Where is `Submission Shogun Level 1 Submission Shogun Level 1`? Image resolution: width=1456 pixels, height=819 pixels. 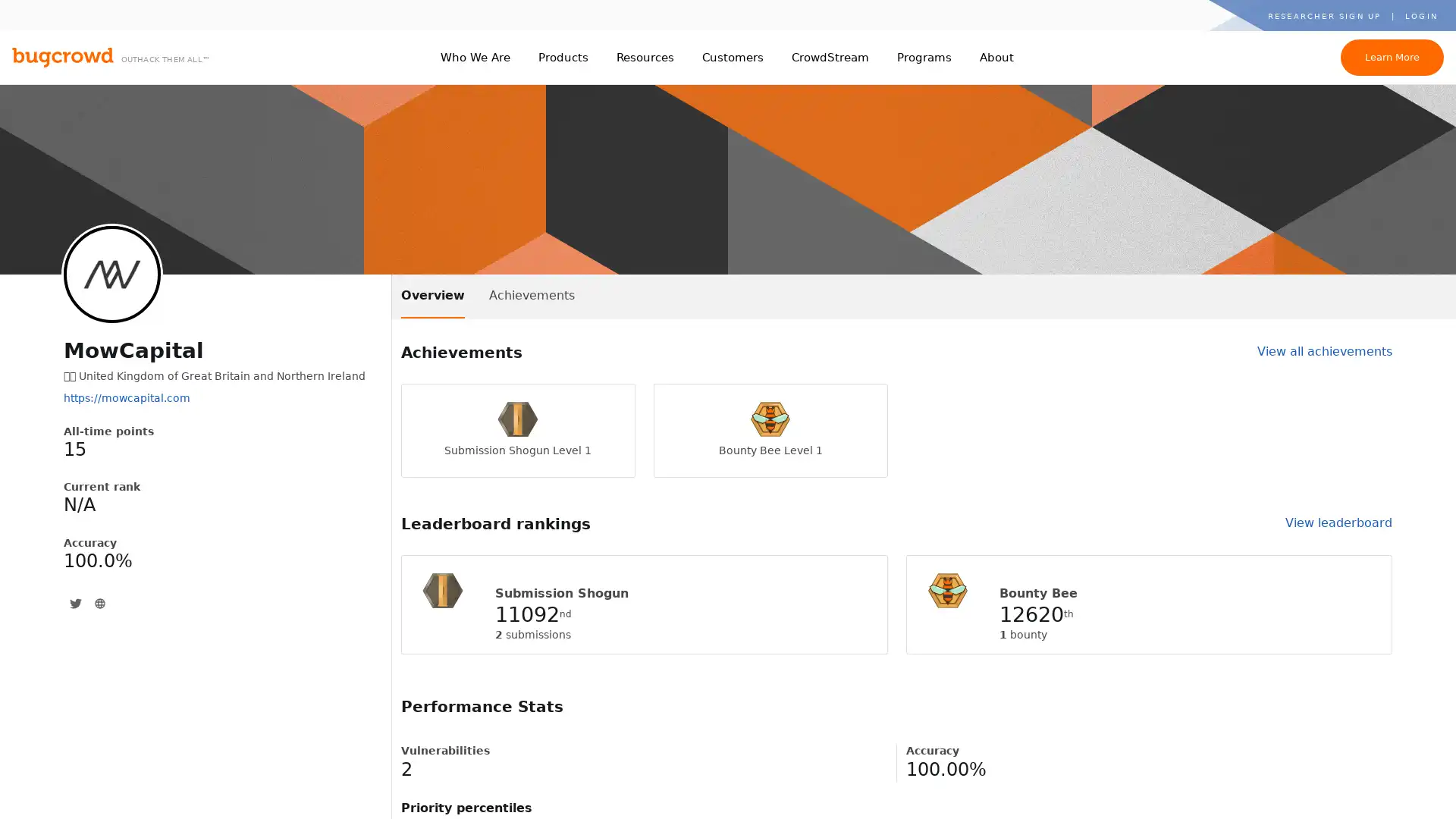 Submission Shogun Level 1 Submission Shogun Level 1 is located at coordinates (517, 430).